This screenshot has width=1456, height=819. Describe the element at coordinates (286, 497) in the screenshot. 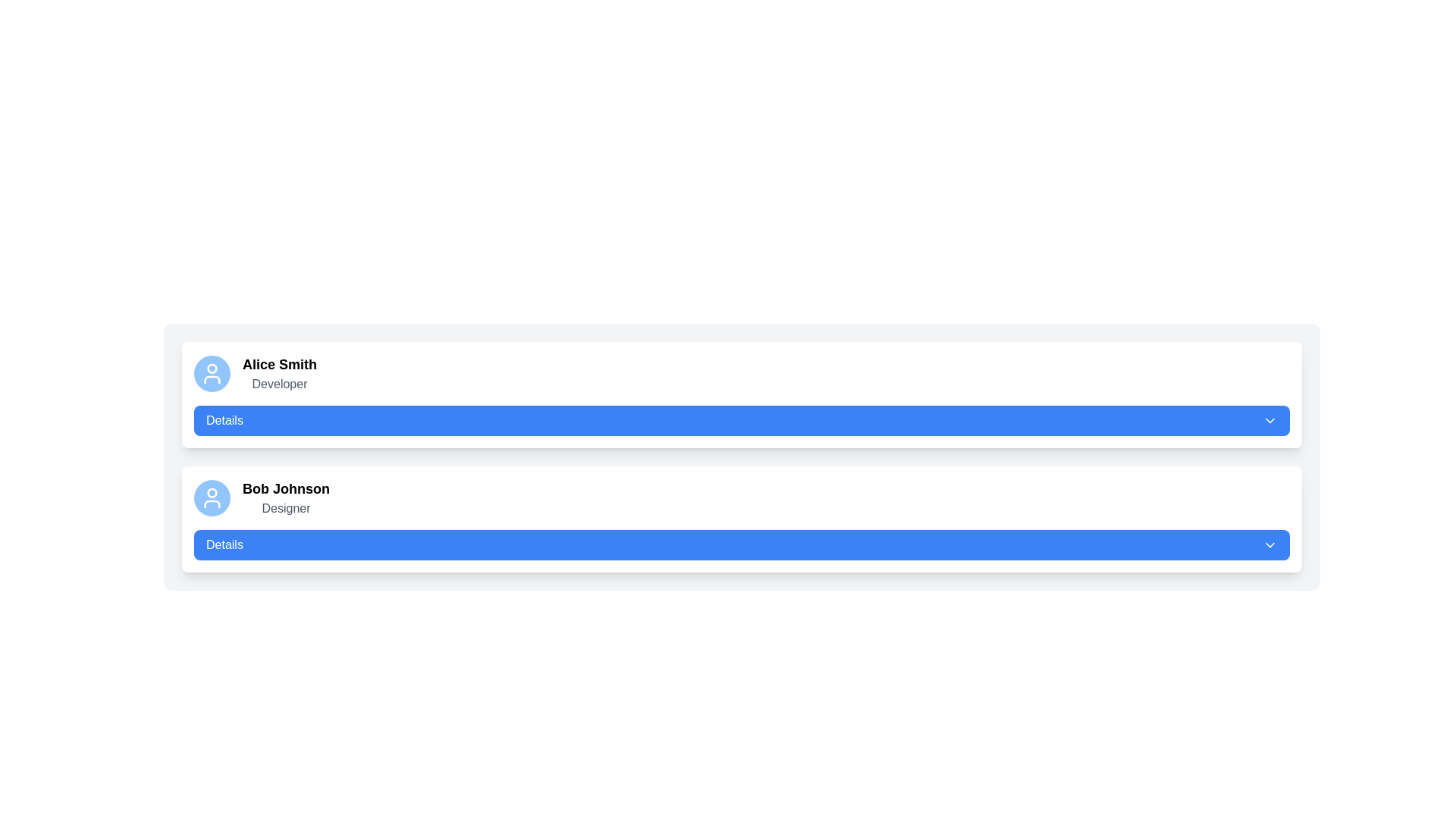

I see `the Text Display Block displaying 'Bob Johnson' and 'Designer', located in the second card to the right of the circular user icon` at that location.